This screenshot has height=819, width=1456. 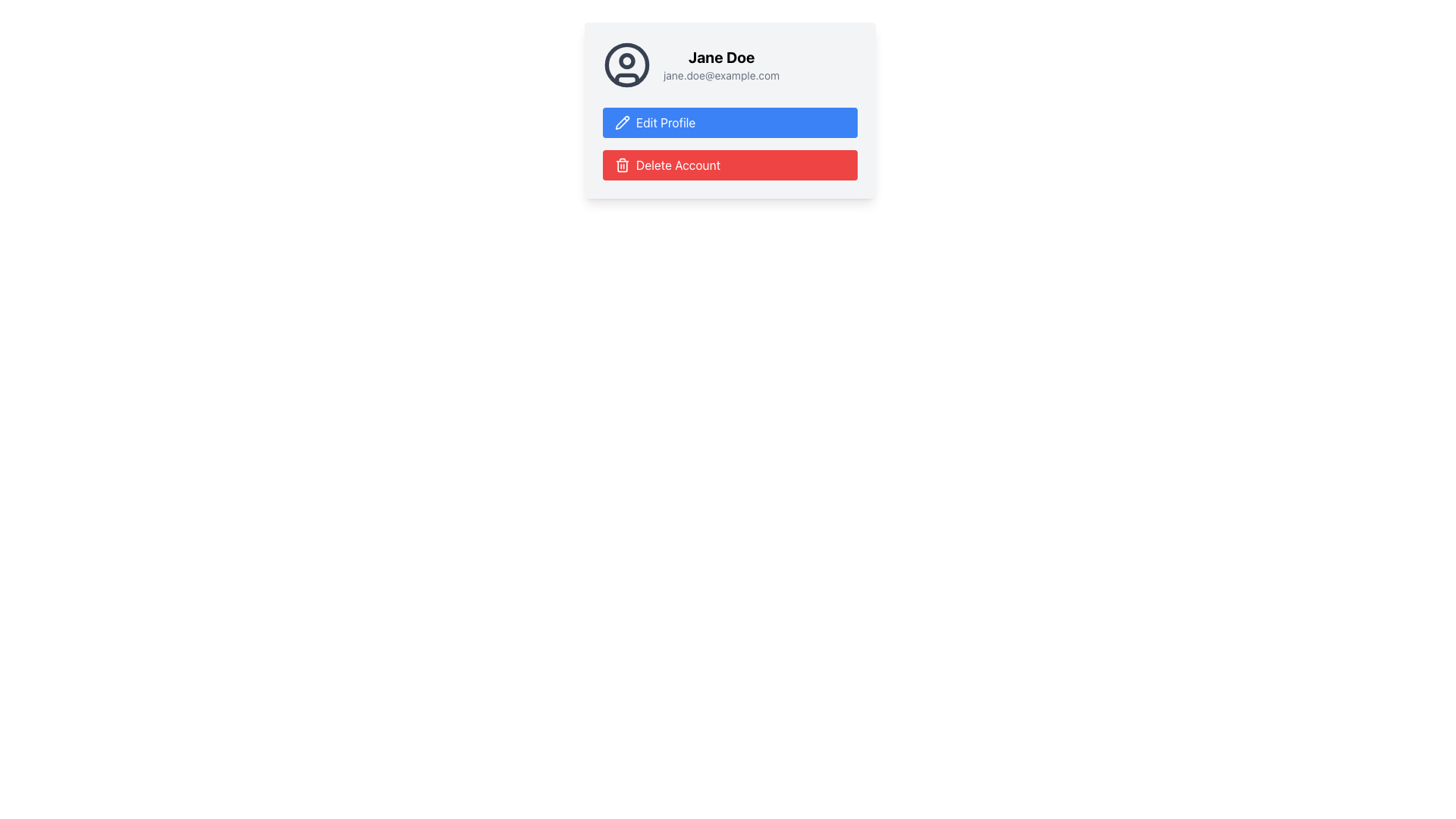 I want to click on the central vertical component of the trash can icon, which is part of the 'Delete Account' button on the left side, so click(x=622, y=166).